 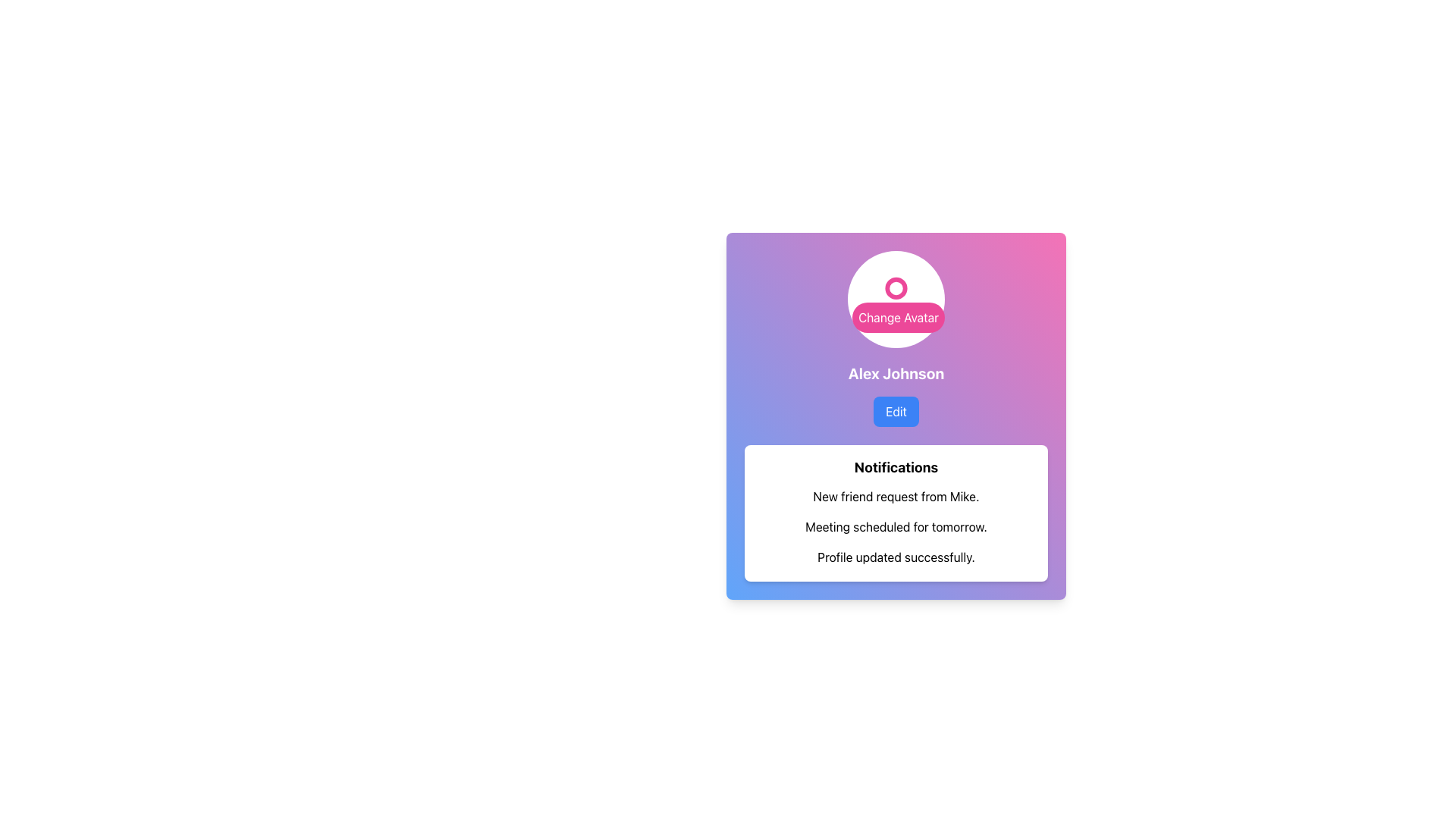 What do you see at coordinates (896, 467) in the screenshot?
I see `bold text label that says 'Notifications', which is styled in a larger font size and is positioned at the top of a rectangular card` at bounding box center [896, 467].